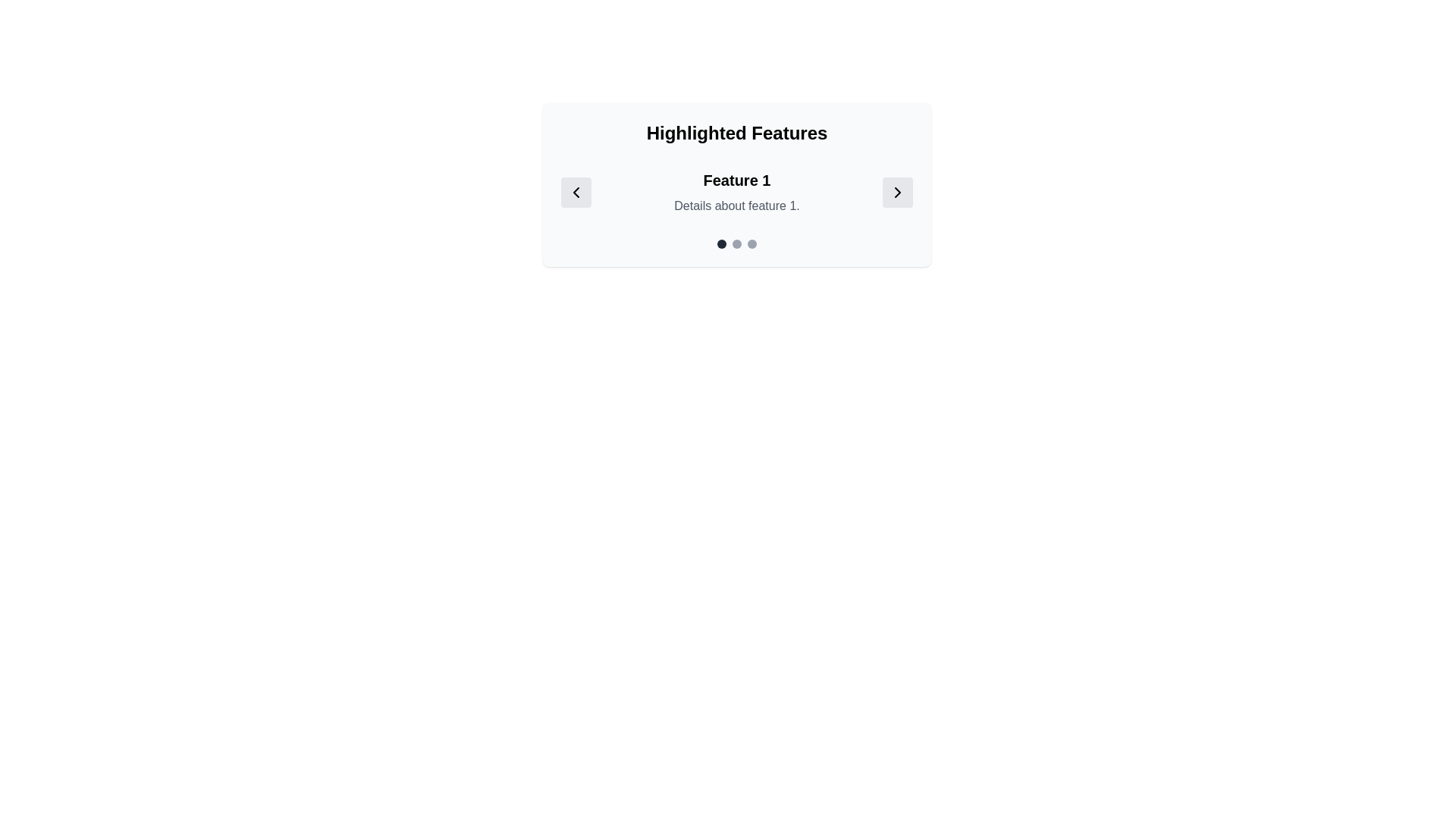 The width and height of the screenshot is (1456, 819). Describe the element at coordinates (898, 192) in the screenshot. I see `the small right-pointing chevron icon inside the rounded square button with a light gray background` at that location.